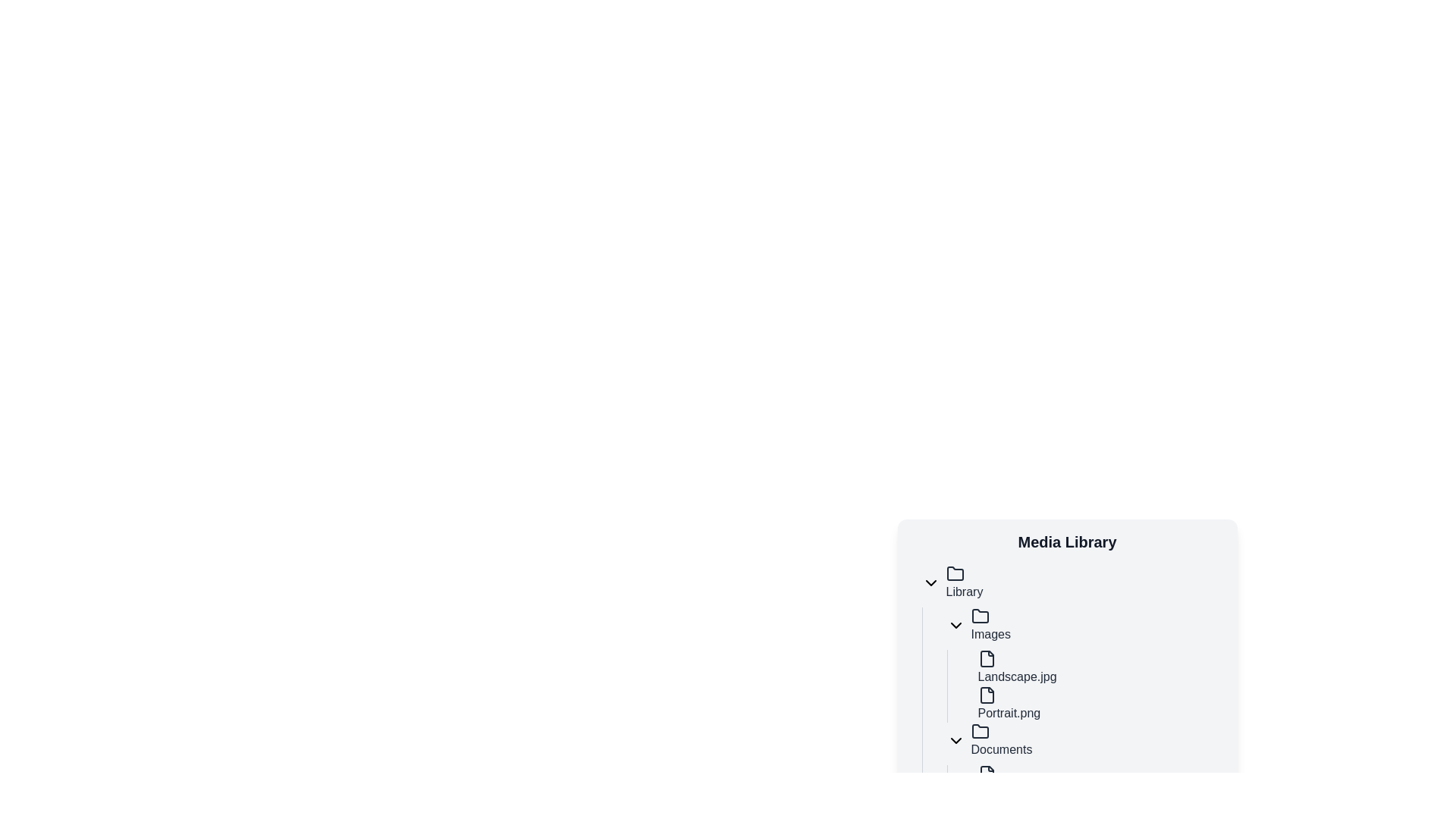  Describe the element at coordinates (930, 582) in the screenshot. I see `the Toggle Indicator Icon located to the left of the 'Library' label in the sidebar, which is used to expand or collapse the Library section` at that location.